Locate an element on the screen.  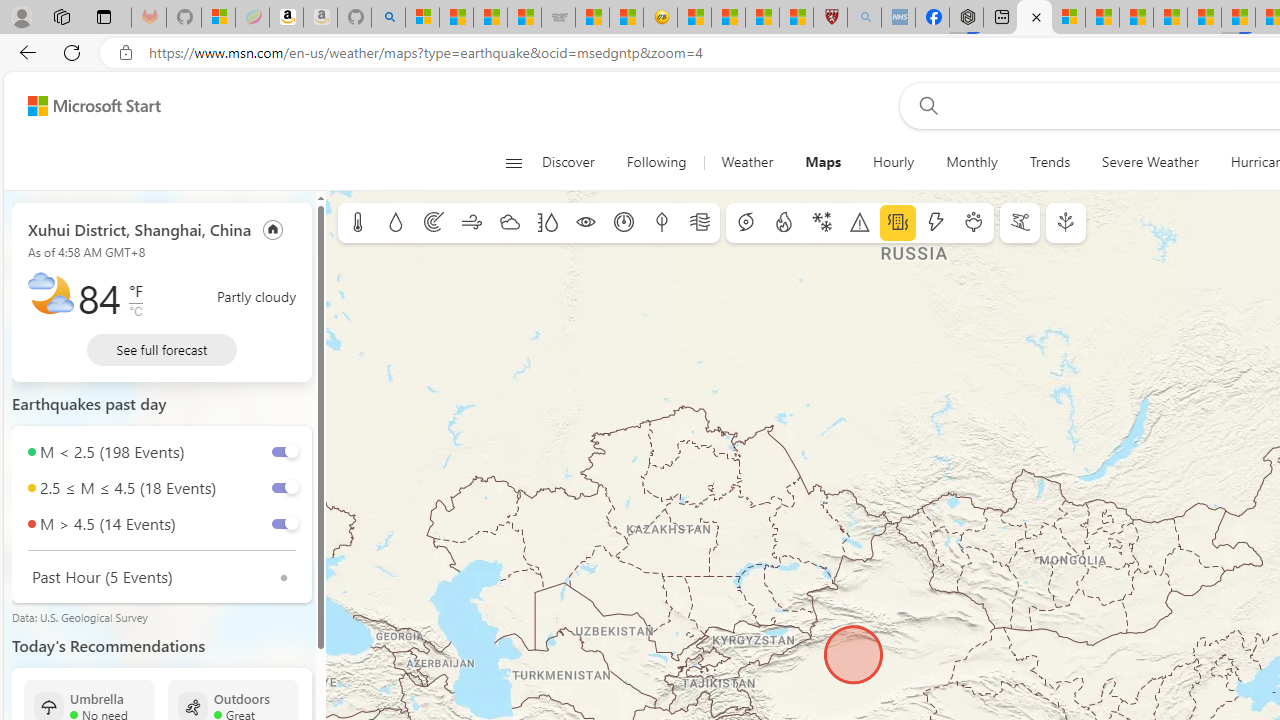
'Clouds' is located at coordinates (509, 223).